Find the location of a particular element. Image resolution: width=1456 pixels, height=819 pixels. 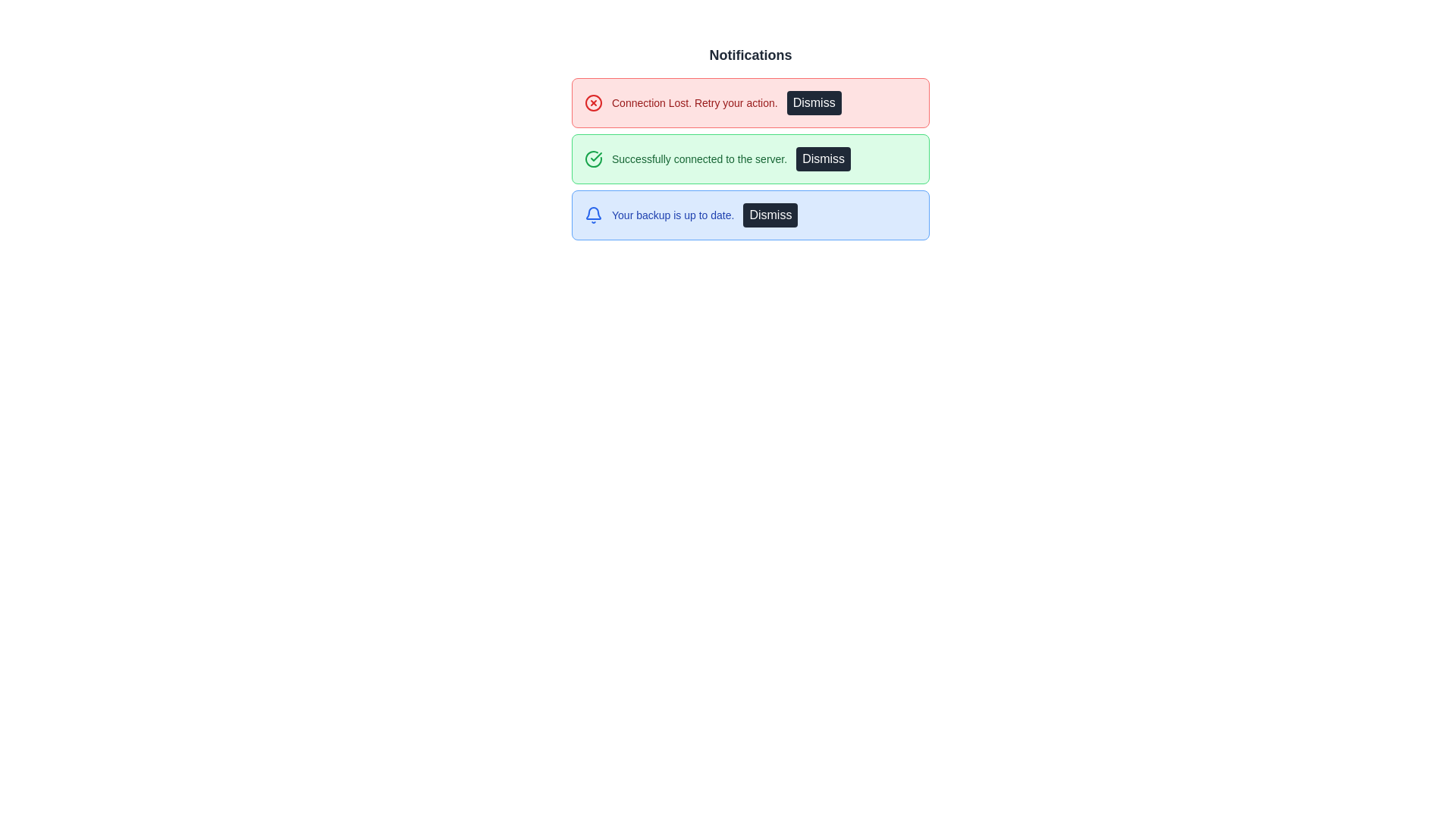

the 'Notifications' header, which is styled in bold, large dark gray font and positioned at the top of the notification section is located at coordinates (750, 55).